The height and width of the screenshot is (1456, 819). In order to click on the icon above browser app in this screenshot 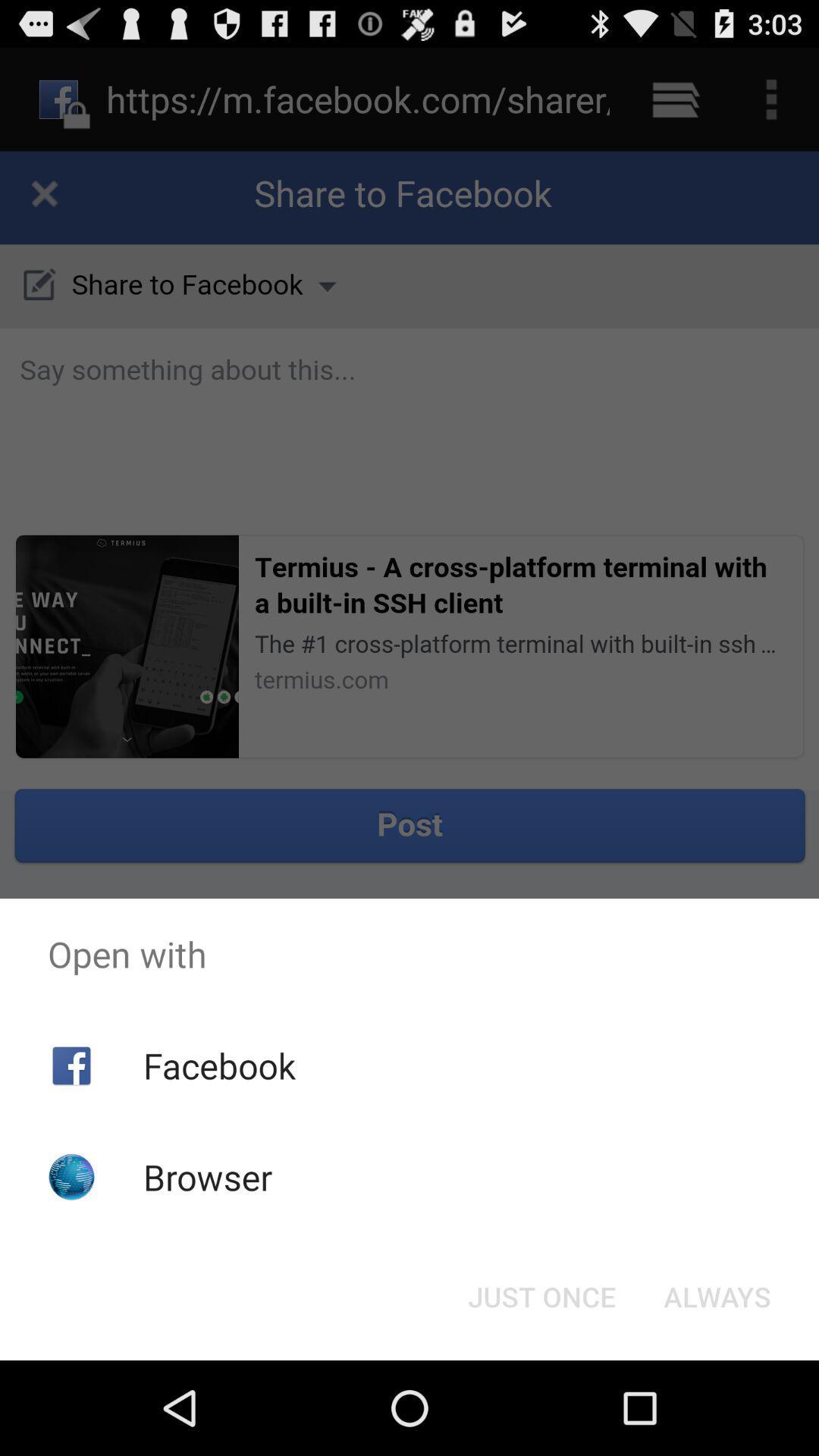, I will do `click(219, 1065)`.